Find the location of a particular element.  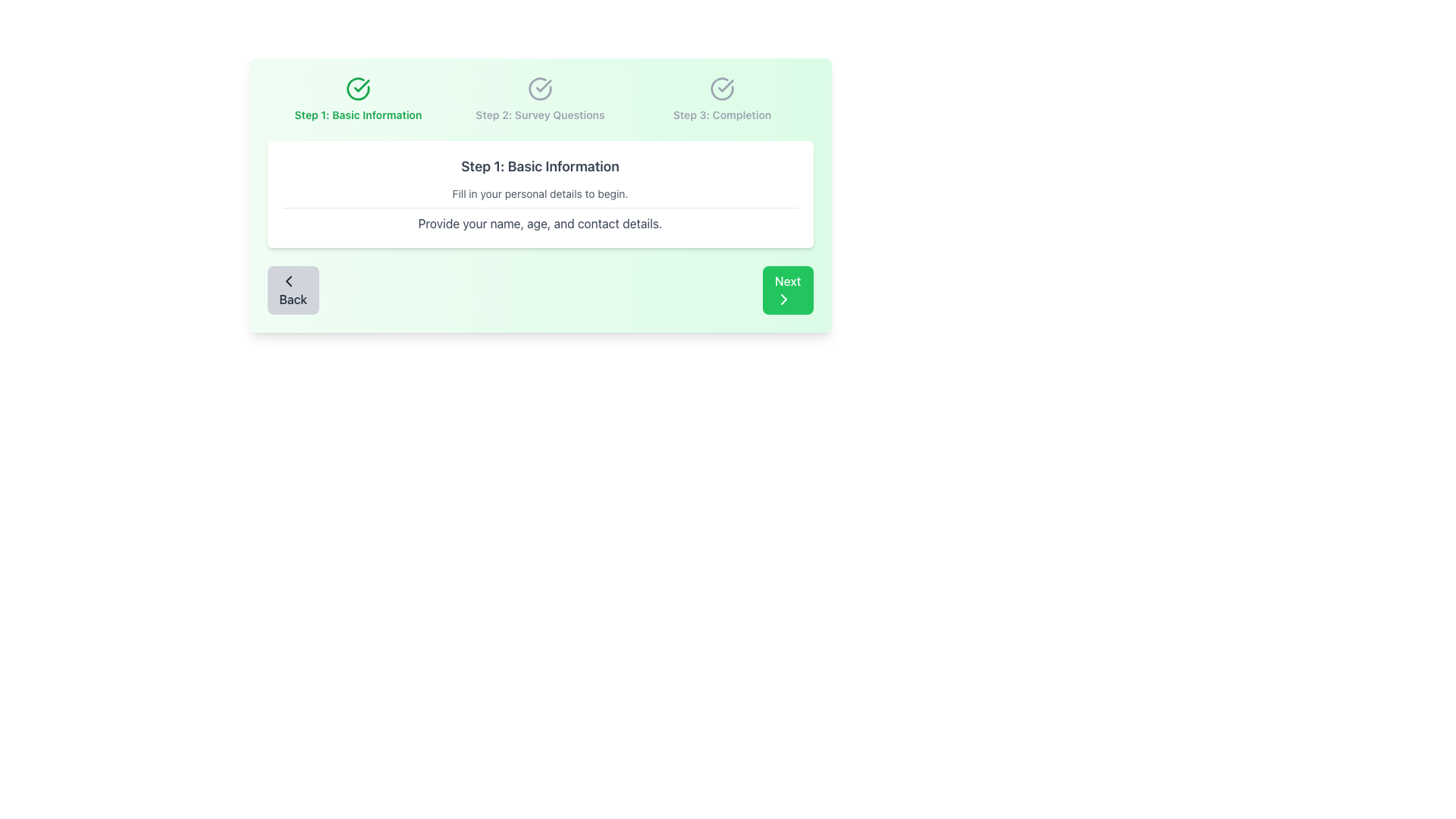

the 'Back' button which contains a leftward chevron icon styled with a thin black outline is located at coordinates (288, 281).